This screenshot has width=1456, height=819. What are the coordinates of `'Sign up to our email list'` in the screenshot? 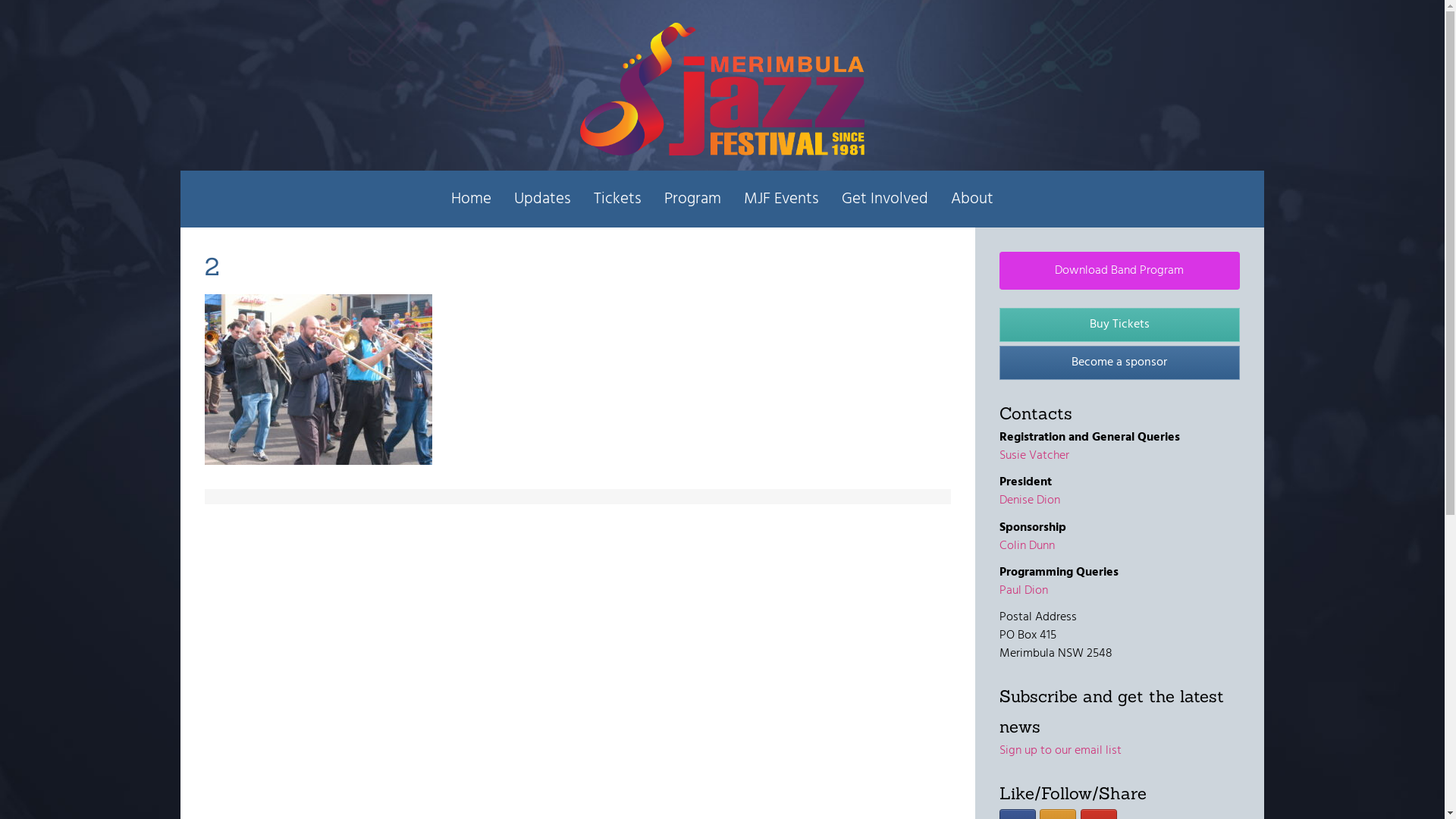 It's located at (999, 751).